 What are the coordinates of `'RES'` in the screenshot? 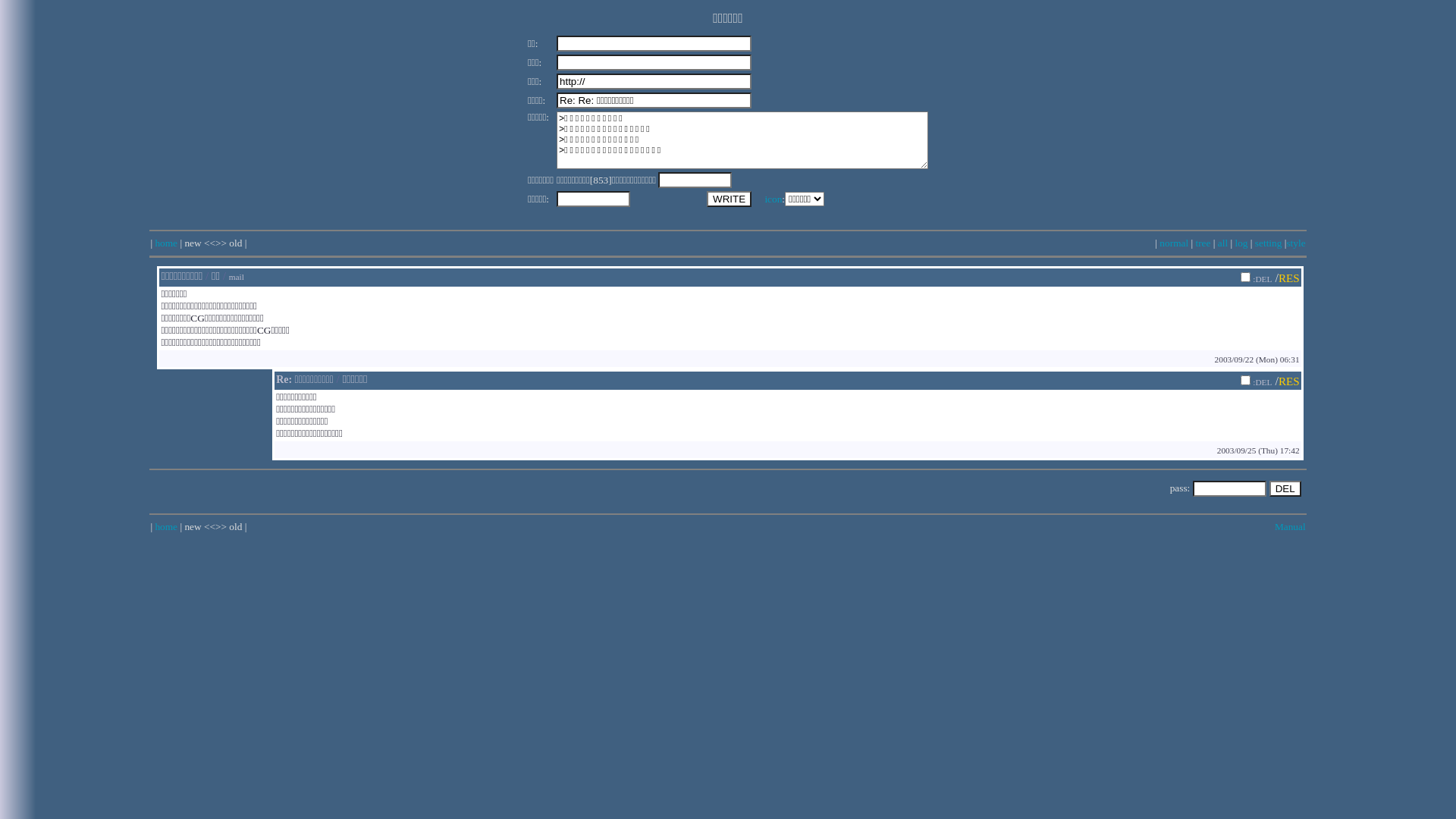 It's located at (1288, 278).